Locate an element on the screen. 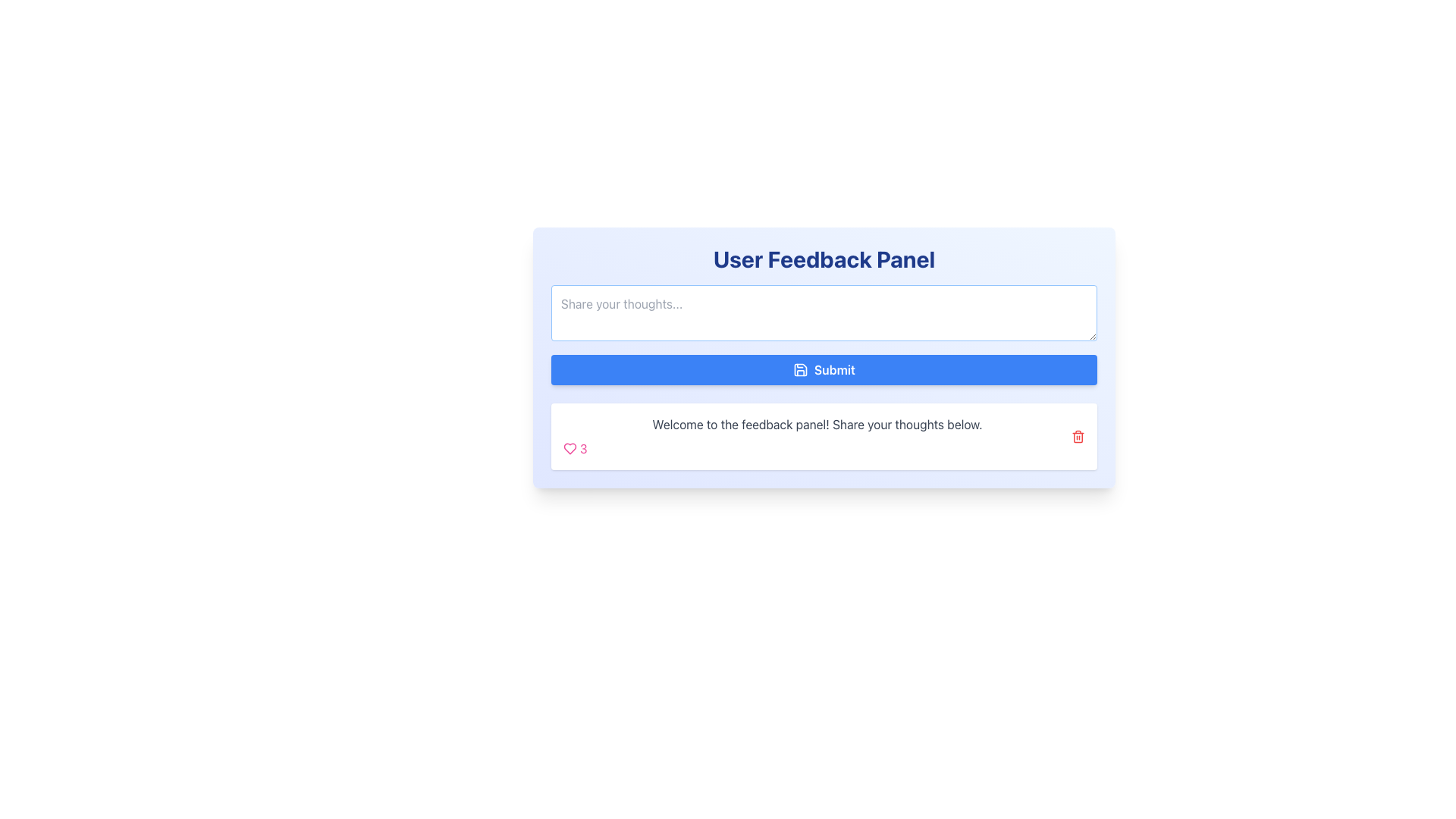  the 'User Feedback Panel' text label, which is prominently displayed in bold and blue color at the top of the feedback panel is located at coordinates (823, 259).